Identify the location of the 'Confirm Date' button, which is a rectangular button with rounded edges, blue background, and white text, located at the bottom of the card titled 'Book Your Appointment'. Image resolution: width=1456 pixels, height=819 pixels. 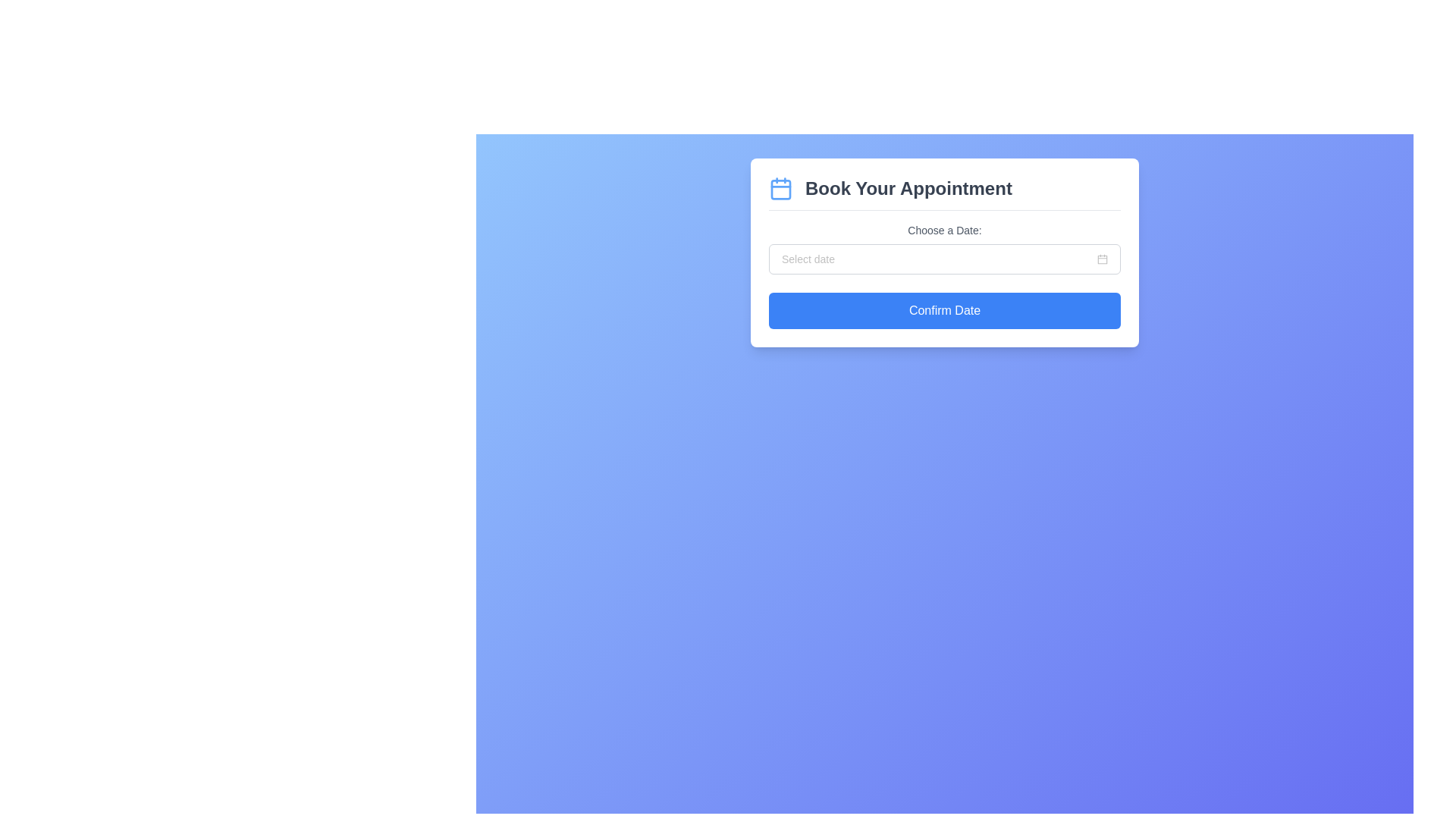
(944, 309).